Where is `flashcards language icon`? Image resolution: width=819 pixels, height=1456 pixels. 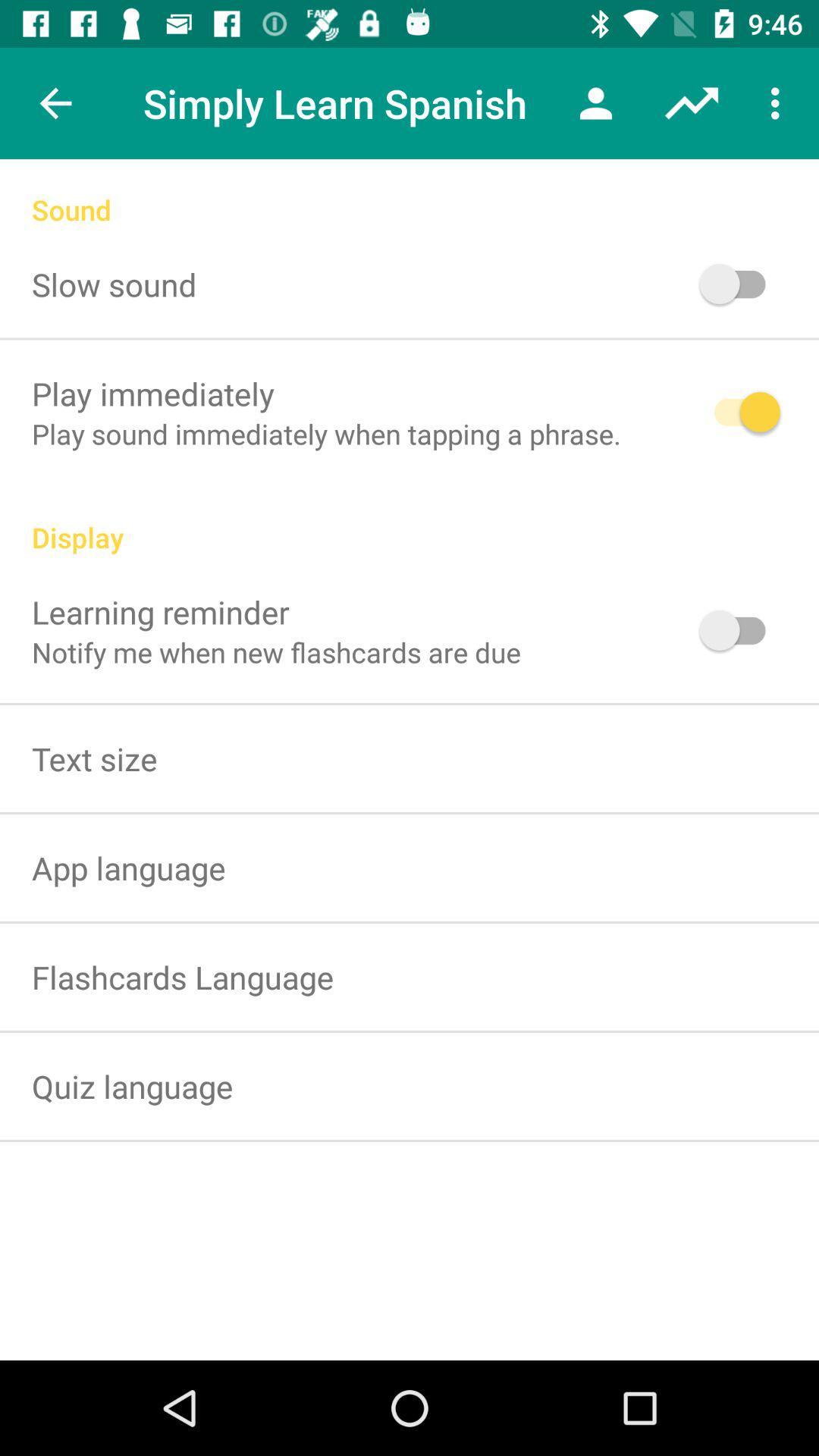 flashcards language icon is located at coordinates (182, 977).